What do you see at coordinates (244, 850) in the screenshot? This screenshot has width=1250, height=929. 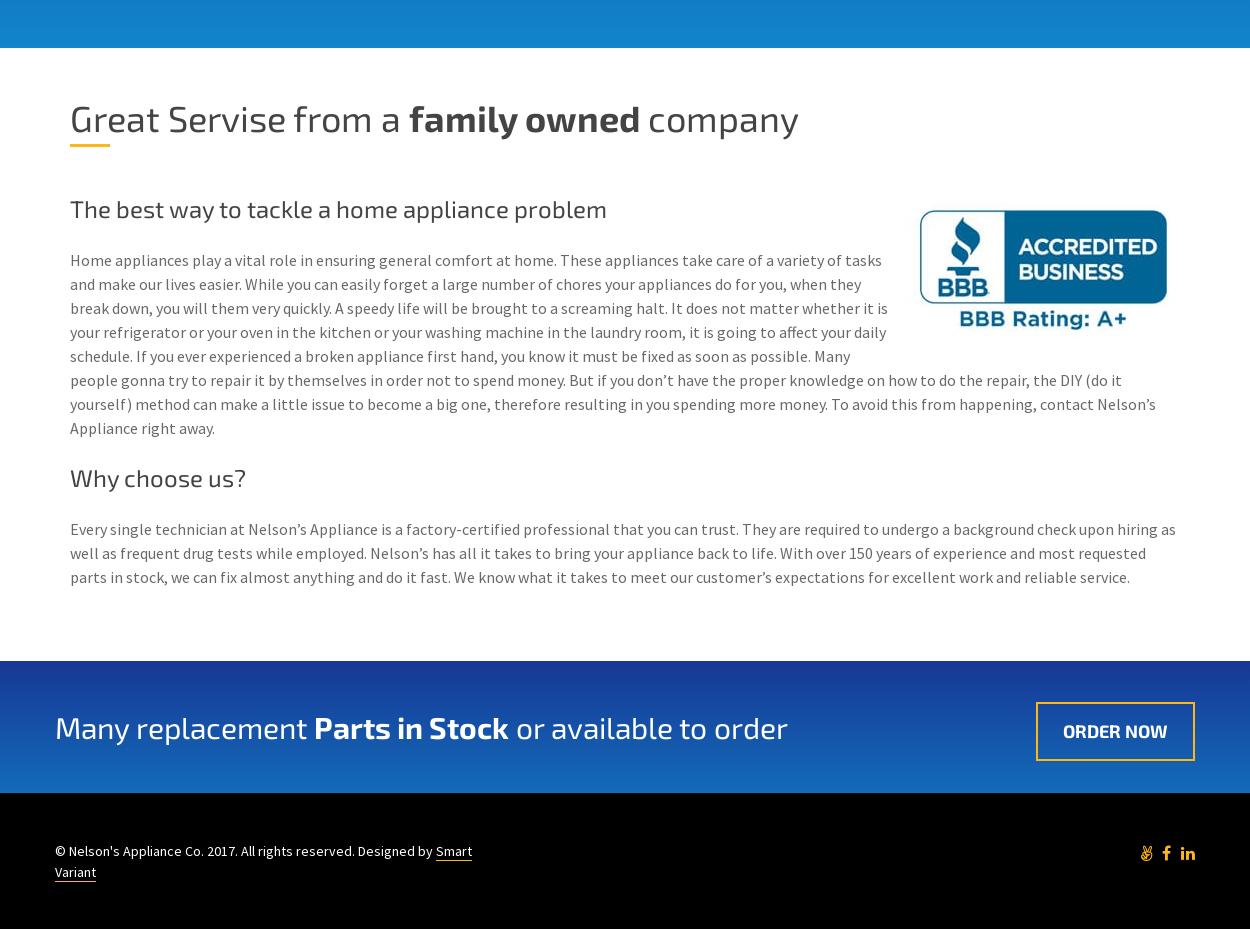 I see `'© Nelson's Appliance Co. 2017. All rights reserved. Designed by'` at bounding box center [244, 850].